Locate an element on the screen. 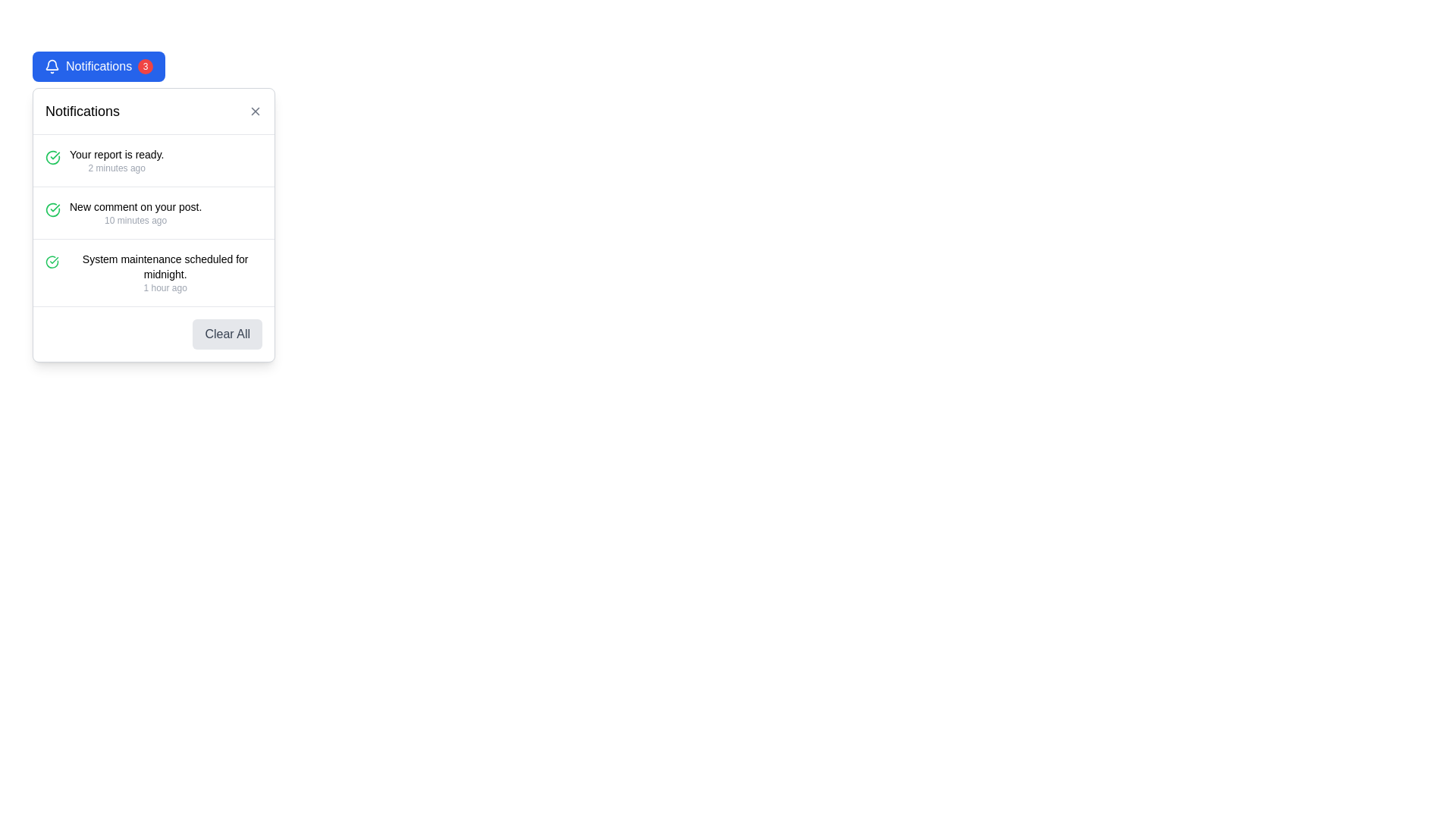 Image resolution: width=1456 pixels, height=819 pixels. the text label displaying 'New comment on your post.' located in the notifications panel, positioned above the timestamp '10 minutes ago' is located at coordinates (136, 207).